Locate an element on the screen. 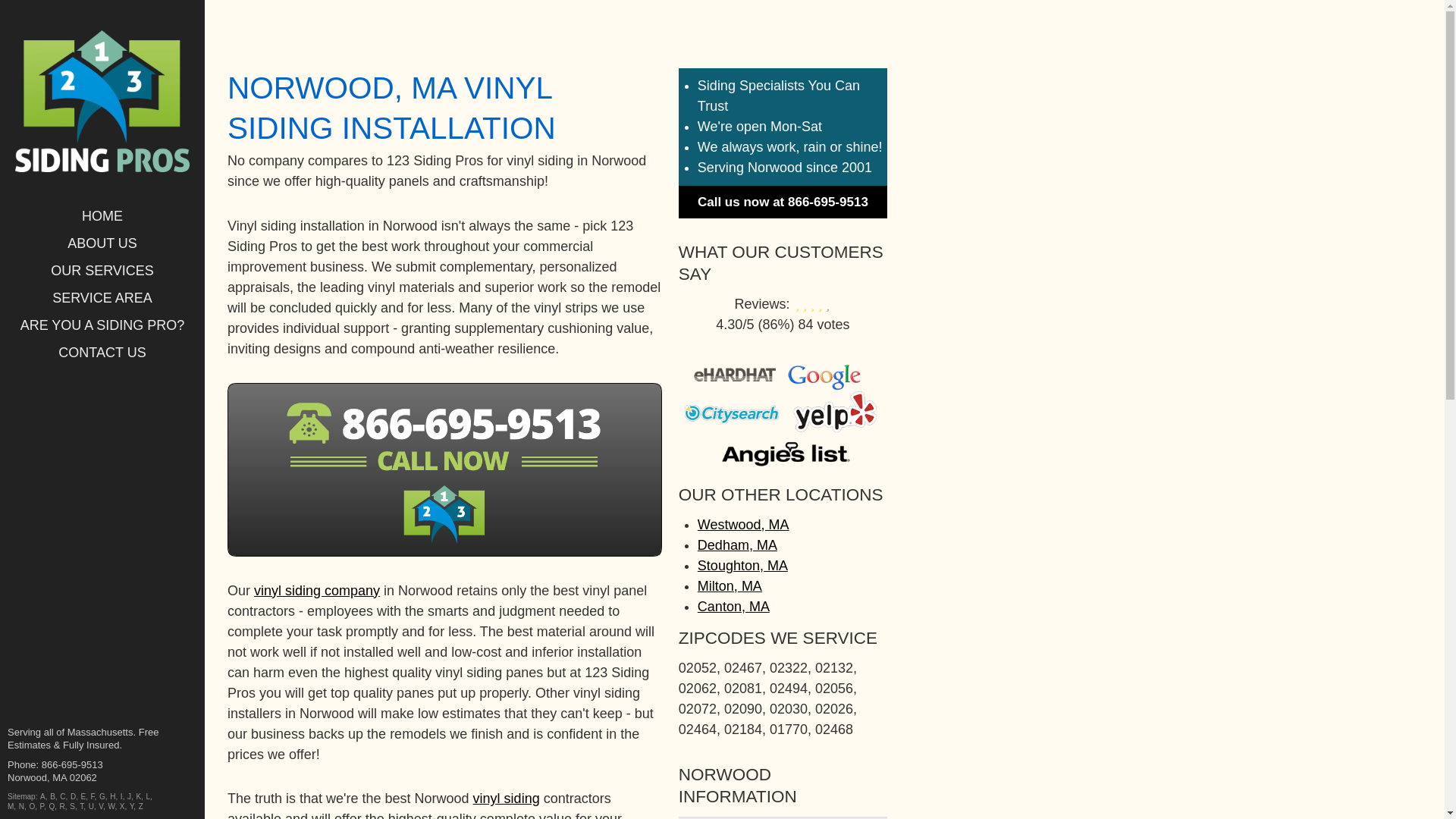  'Z' is located at coordinates (138, 805).